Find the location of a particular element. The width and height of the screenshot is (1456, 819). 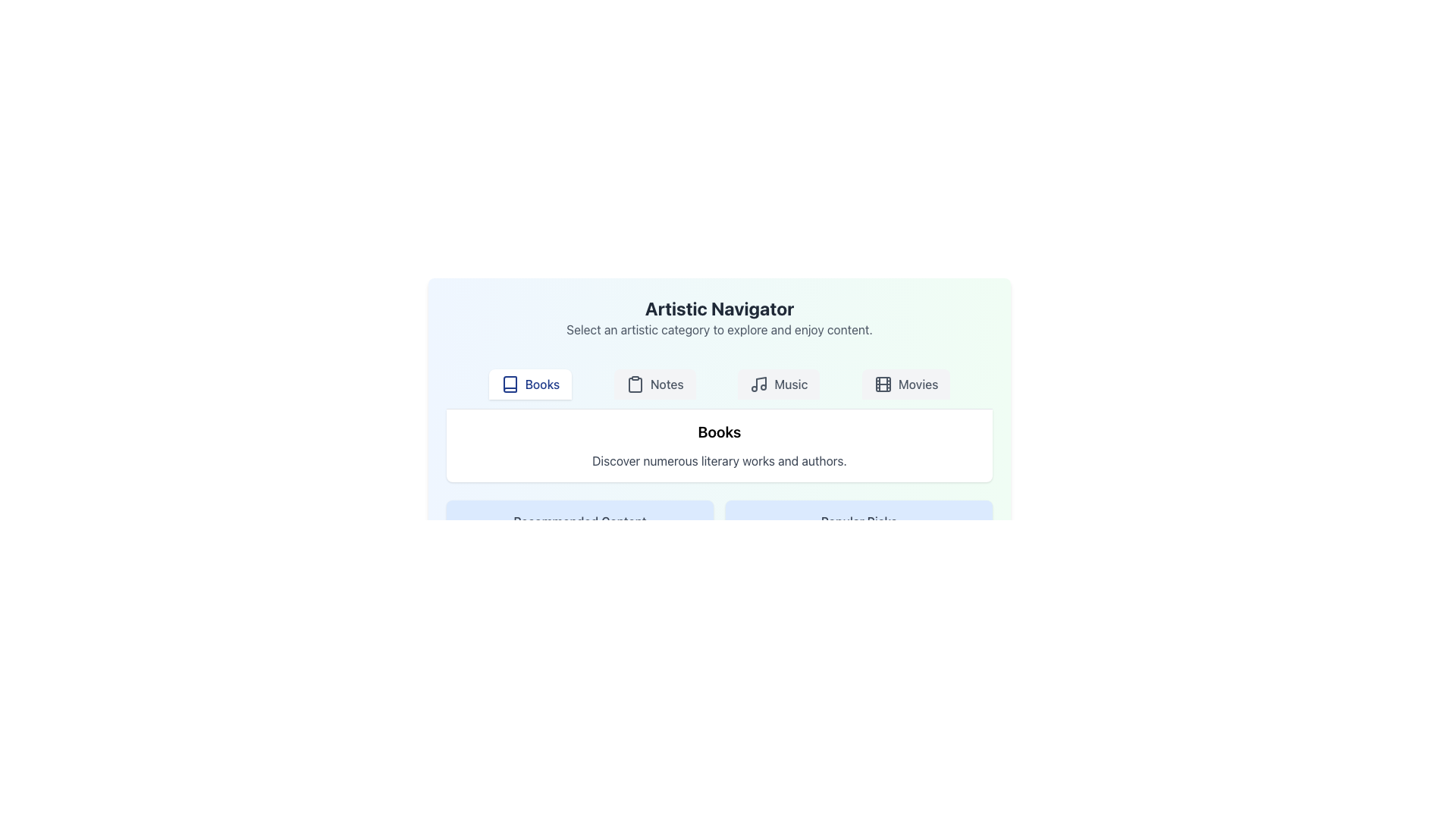

the static text that reads 'Select an artistic category is located at coordinates (719, 329).